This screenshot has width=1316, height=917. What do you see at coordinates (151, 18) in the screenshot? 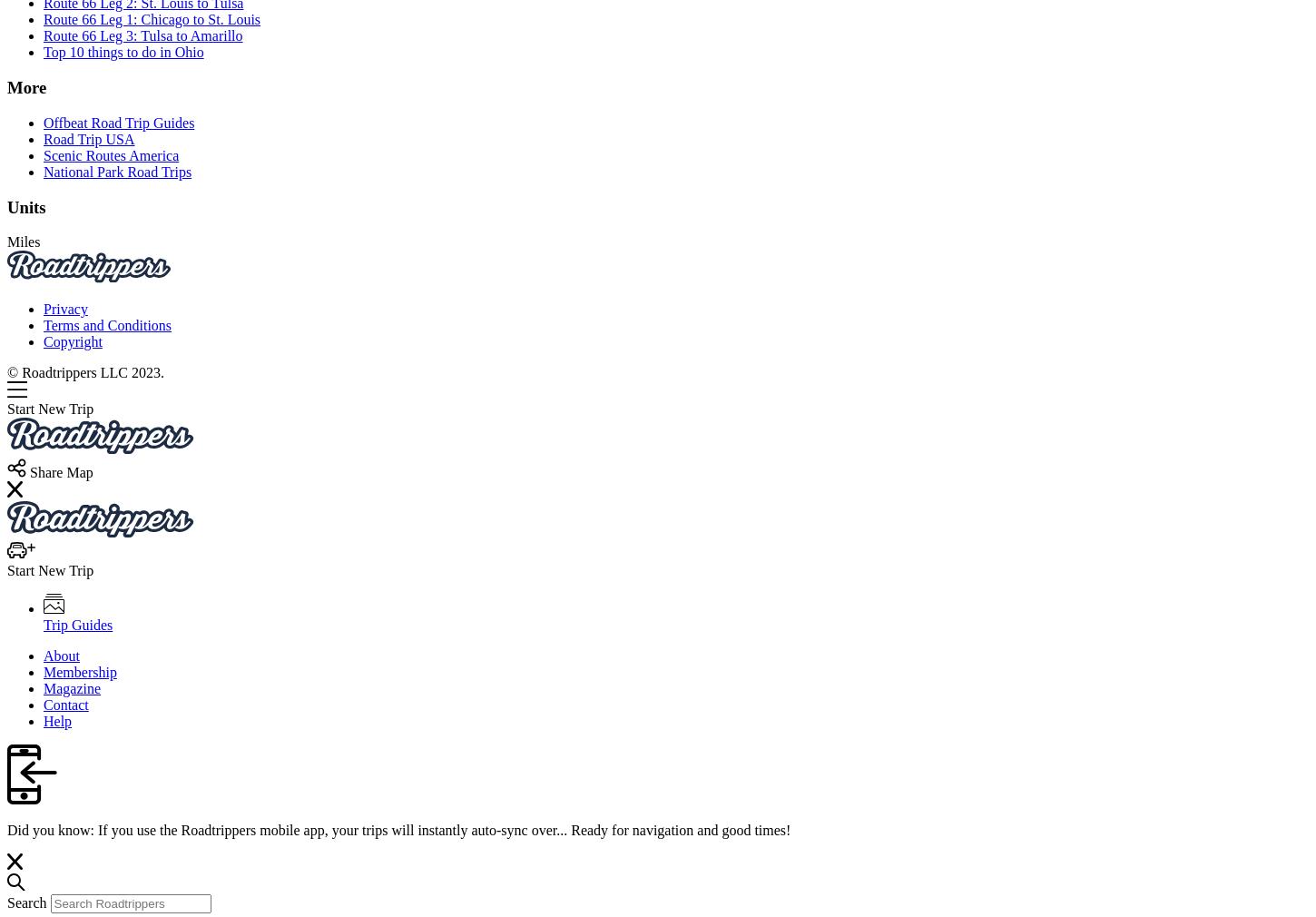
I see `'Route 66 Leg 1: Chicago to St. Louis'` at bounding box center [151, 18].